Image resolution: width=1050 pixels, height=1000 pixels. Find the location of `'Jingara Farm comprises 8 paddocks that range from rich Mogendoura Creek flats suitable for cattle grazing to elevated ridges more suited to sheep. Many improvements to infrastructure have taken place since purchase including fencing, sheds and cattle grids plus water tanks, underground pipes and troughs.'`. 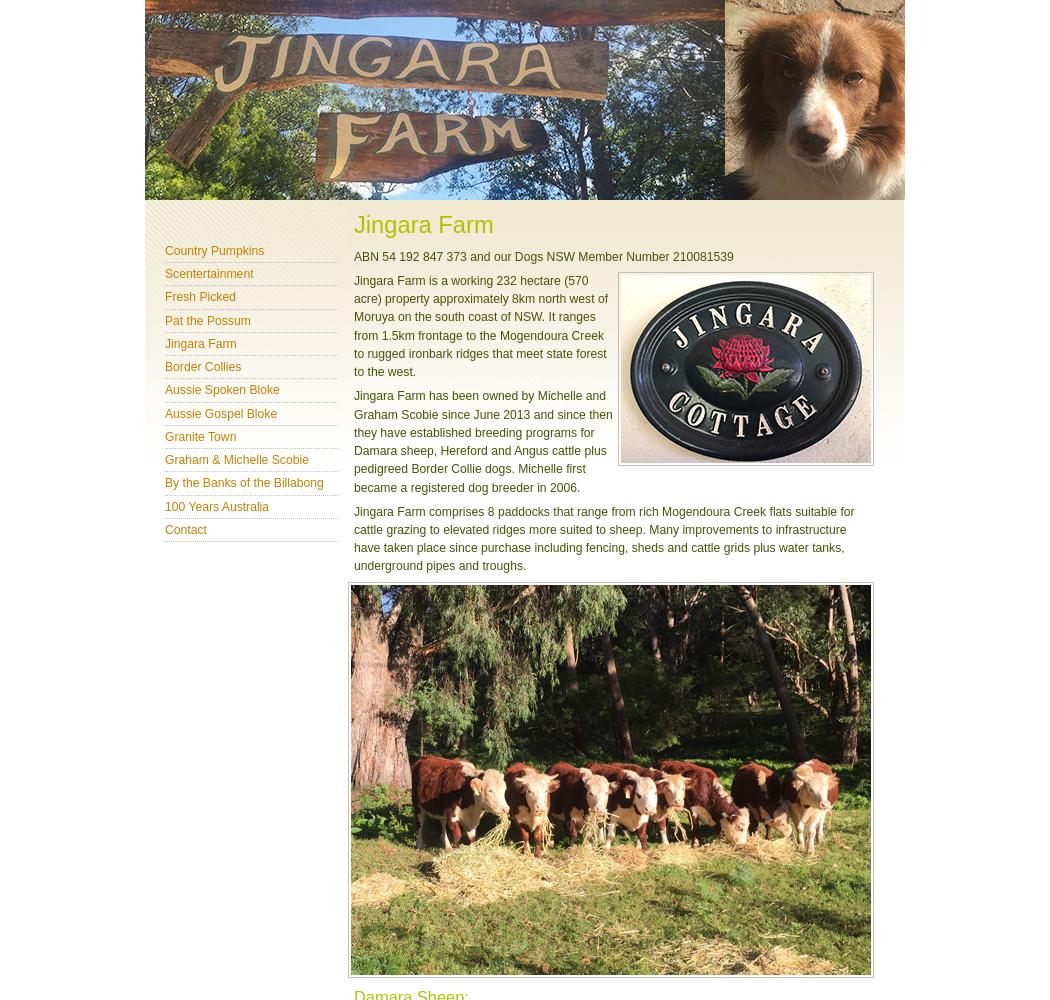

'Jingara Farm comprises 8 paddocks that range from rich Mogendoura Creek flats suitable for cattle grazing to elevated ridges more suited to sheep. Many improvements to infrastructure have taken place since purchase including fencing, sheds and cattle grids plus water tanks, underground pipes and troughs.' is located at coordinates (603, 538).